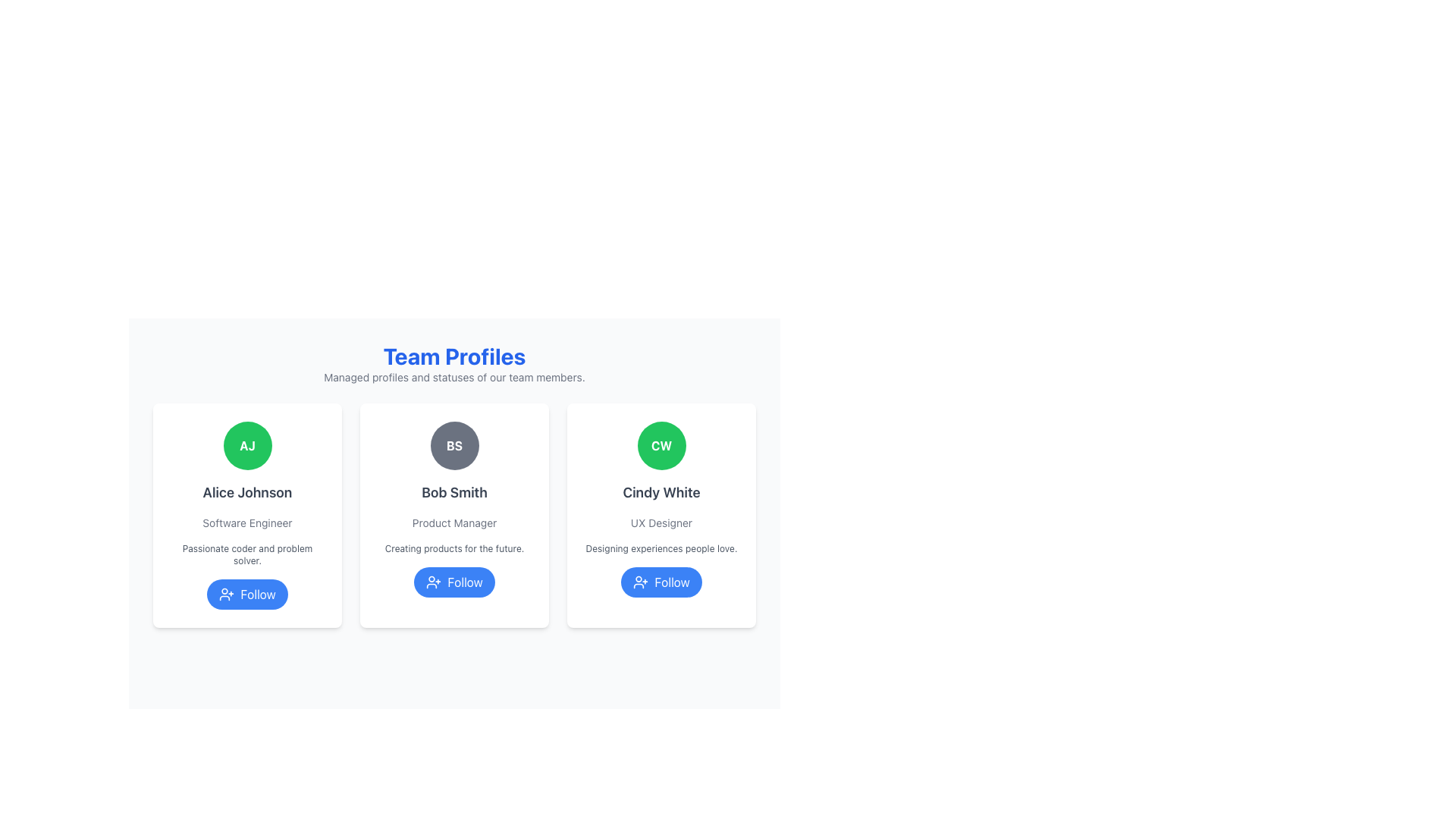 This screenshot has width=1456, height=819. What do you see at coordinates (453, 444) in the screenshot?
I see `the circular badge acting as a profile placeholder for Bob Smith, which is located at the top of the profile card, directly above the text 'Bob Smith'` at bounding box center [453, 444].